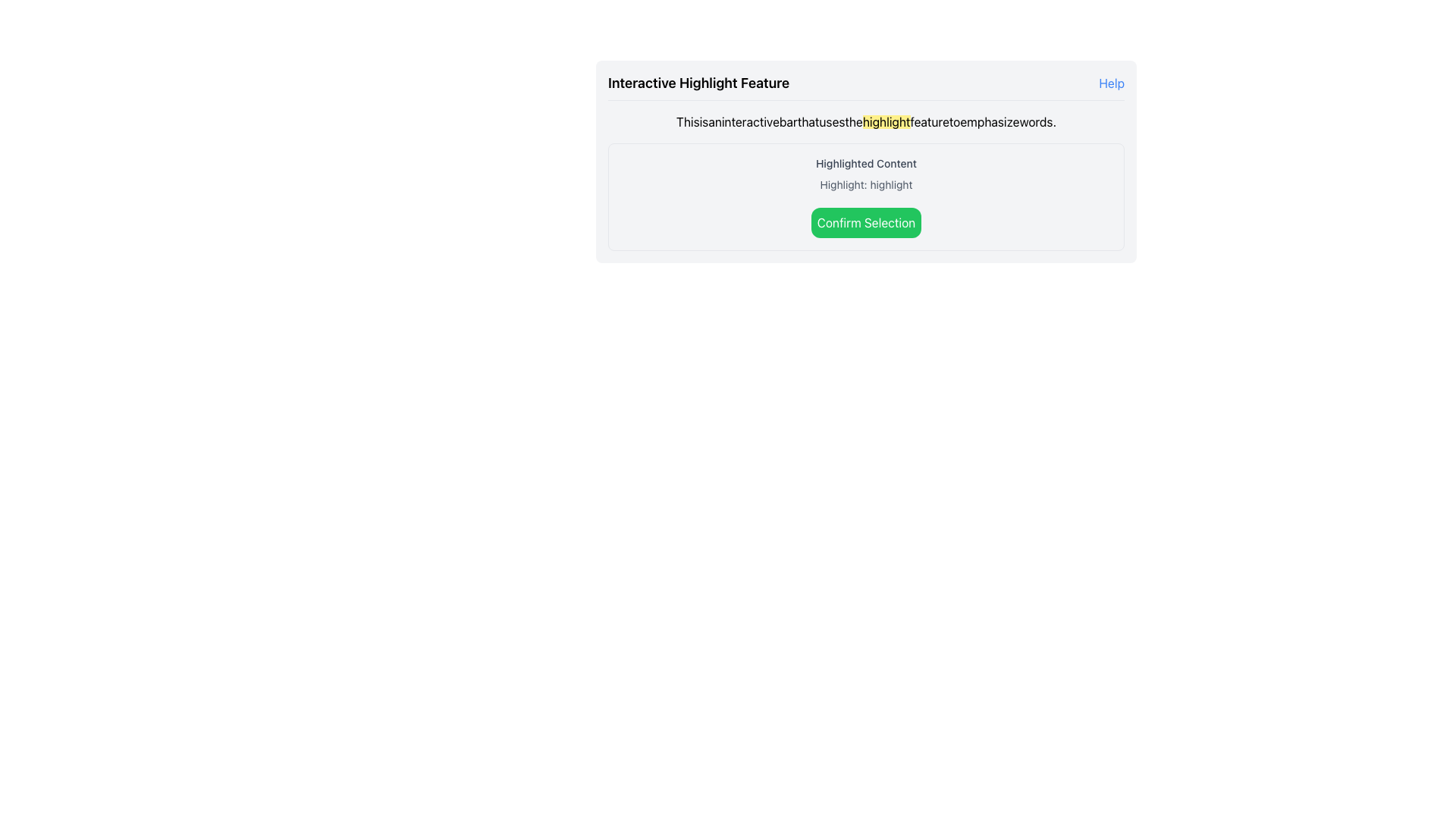 Image resolution: width=1456 pixels, height=819 pixels. I want to click on the Text Label indicating the highlighted or selected value, which is located below the title 'Highlighted Content' and above the 'Confirm Selection' button, so click(866, 184).